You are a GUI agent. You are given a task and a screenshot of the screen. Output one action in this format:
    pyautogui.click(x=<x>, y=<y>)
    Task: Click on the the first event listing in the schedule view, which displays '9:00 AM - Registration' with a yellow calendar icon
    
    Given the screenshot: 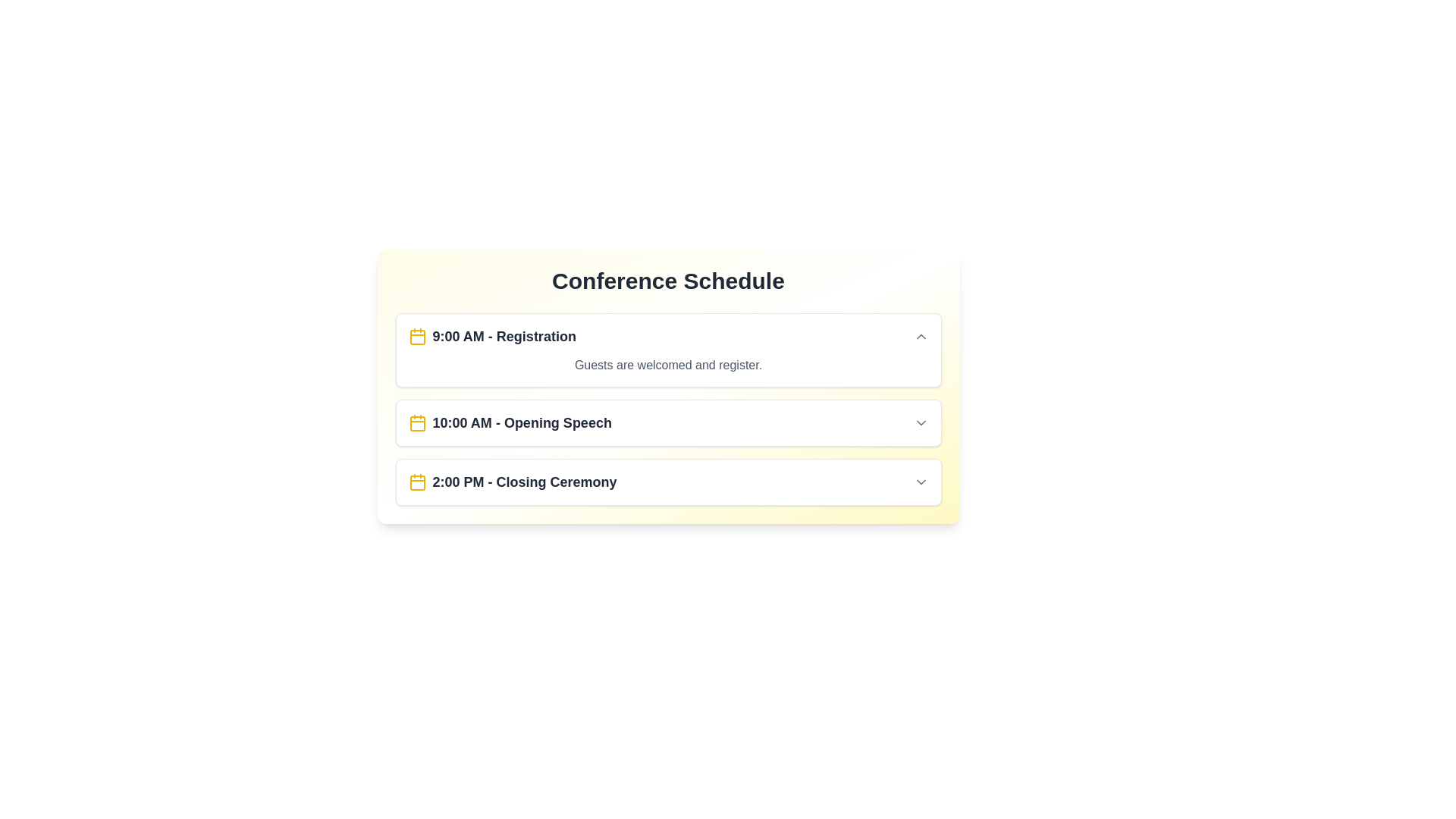 What is the action you would take?
    pyautogui.click(x=492, y=335)
    